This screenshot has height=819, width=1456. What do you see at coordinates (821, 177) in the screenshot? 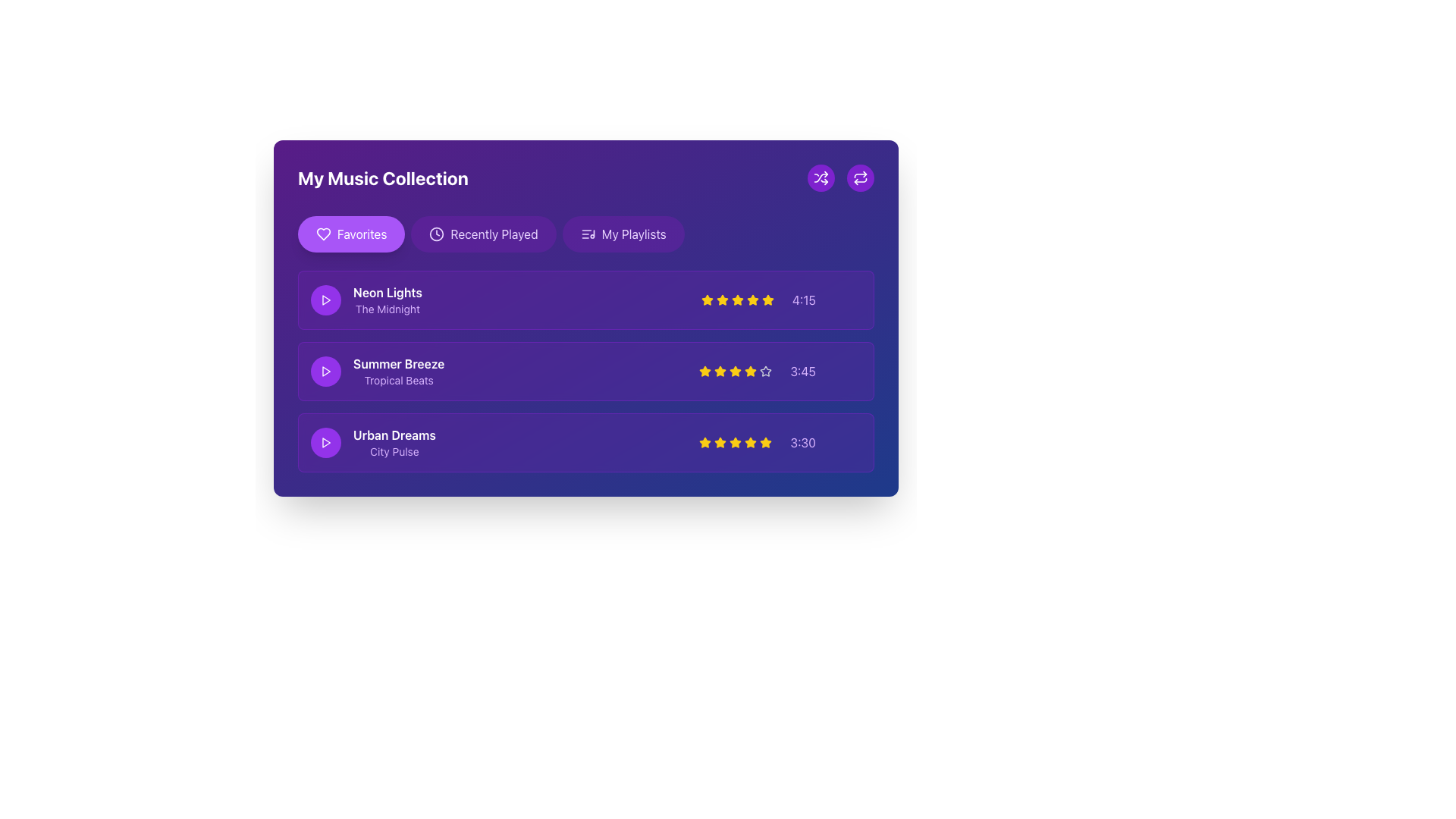
I see `the circular shuffle button with a purple background and a white shuffle icon` at bounding box center [821, 177].